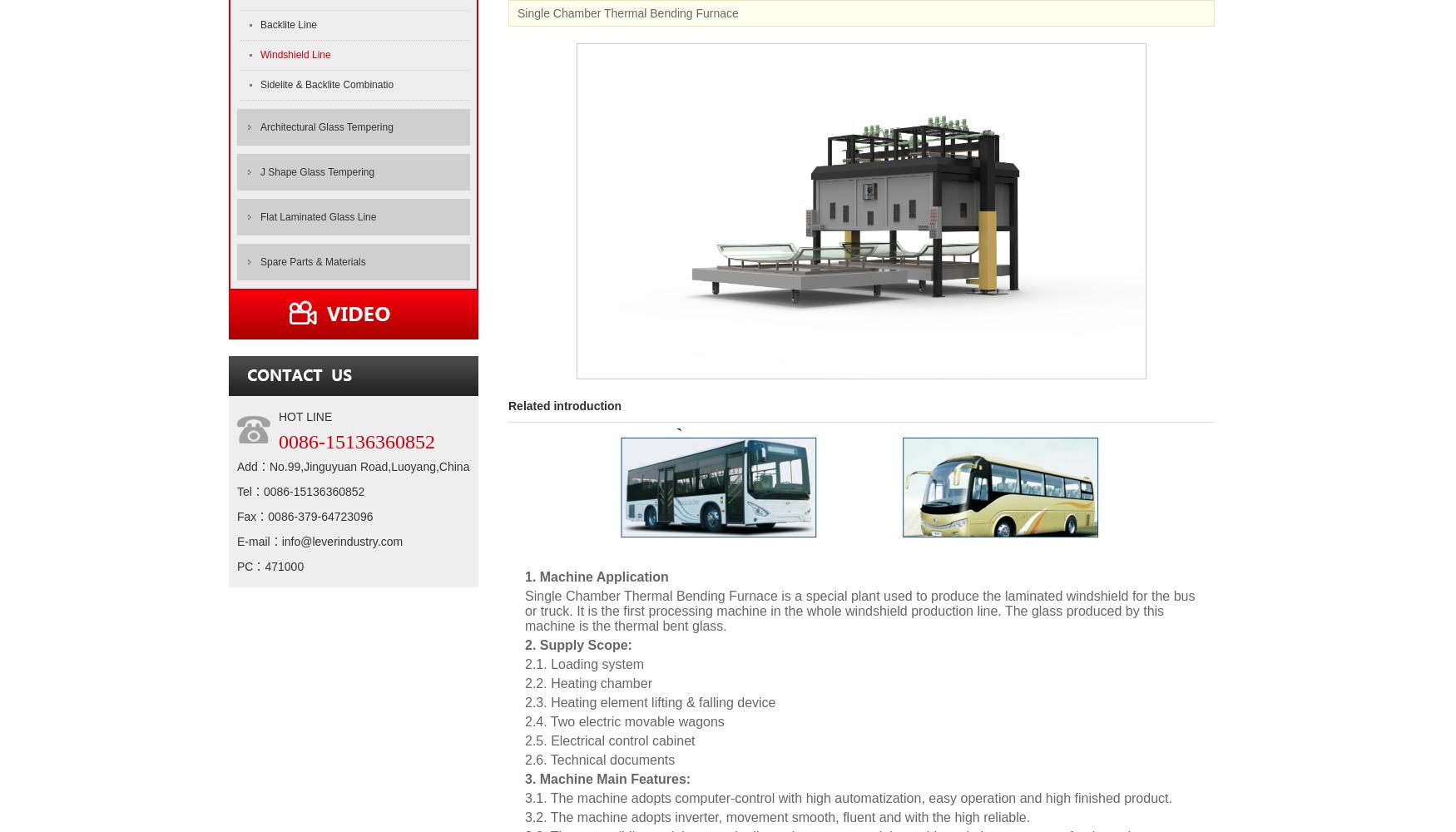 The image size is (1456, 832). I want to click on 'Tel：0086-15136360852', so click(304, 491).